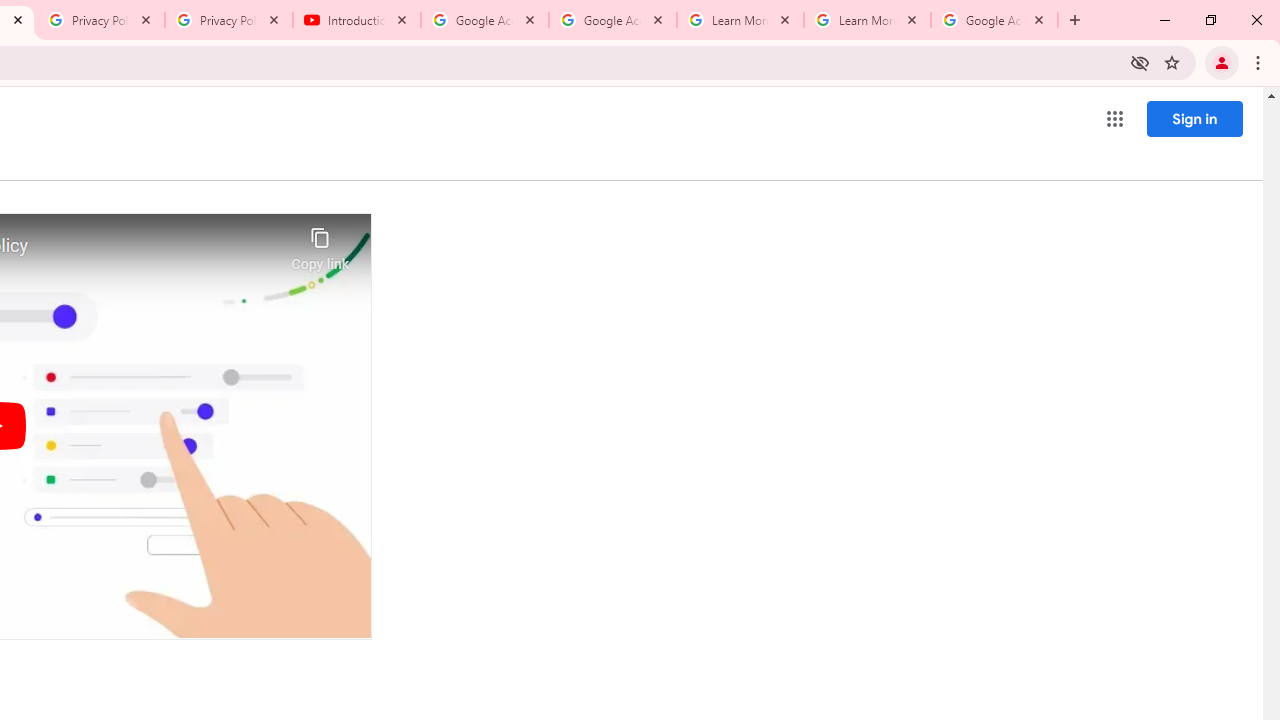  What do you see at coordinates (357, 20) in the screenshot?
I see `'Introduction | Google Privacy Policy - YouTube'` at bounding box center [357, 20].